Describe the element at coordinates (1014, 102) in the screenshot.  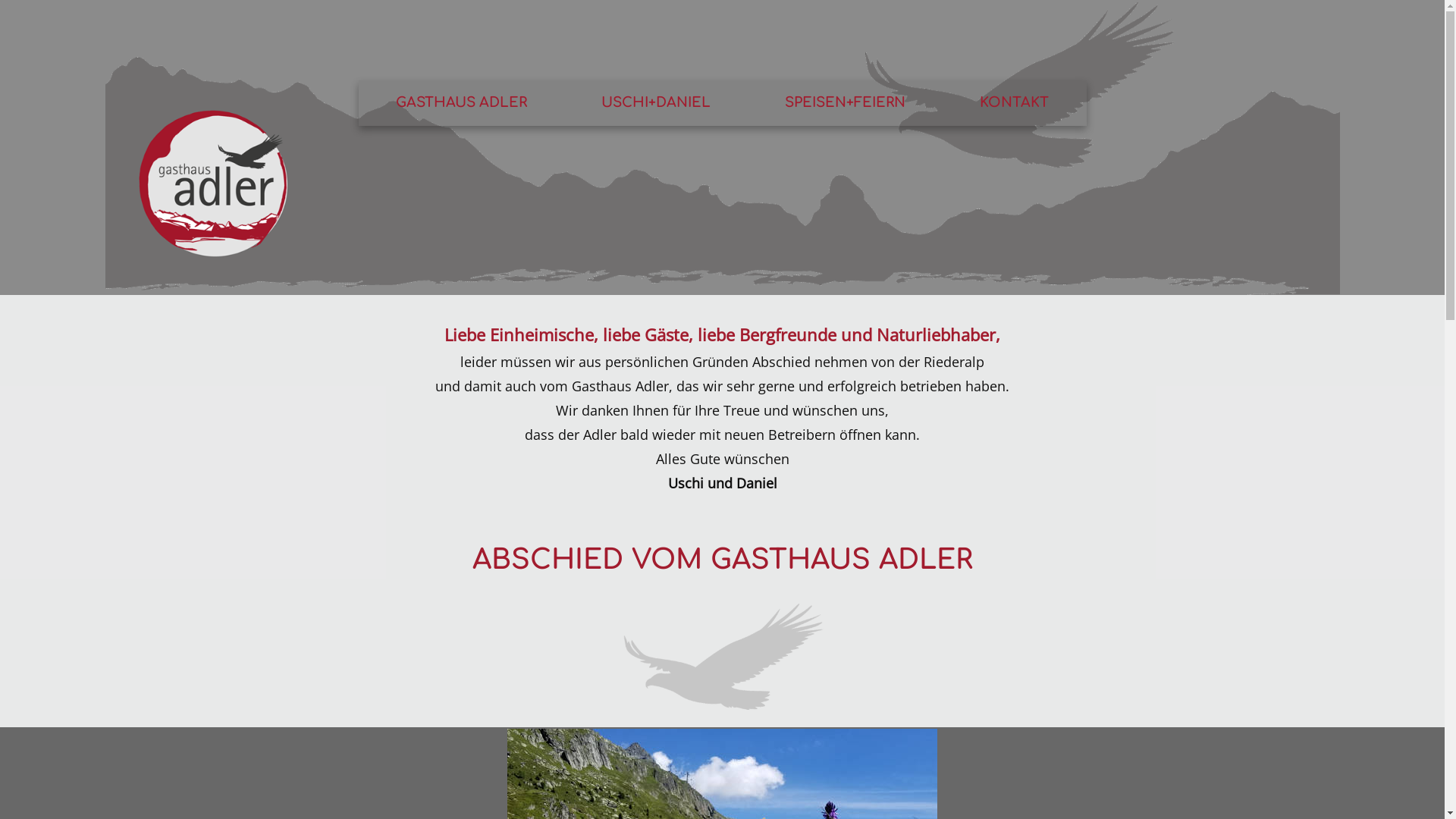
I see `'KONTAKT'` at that location.